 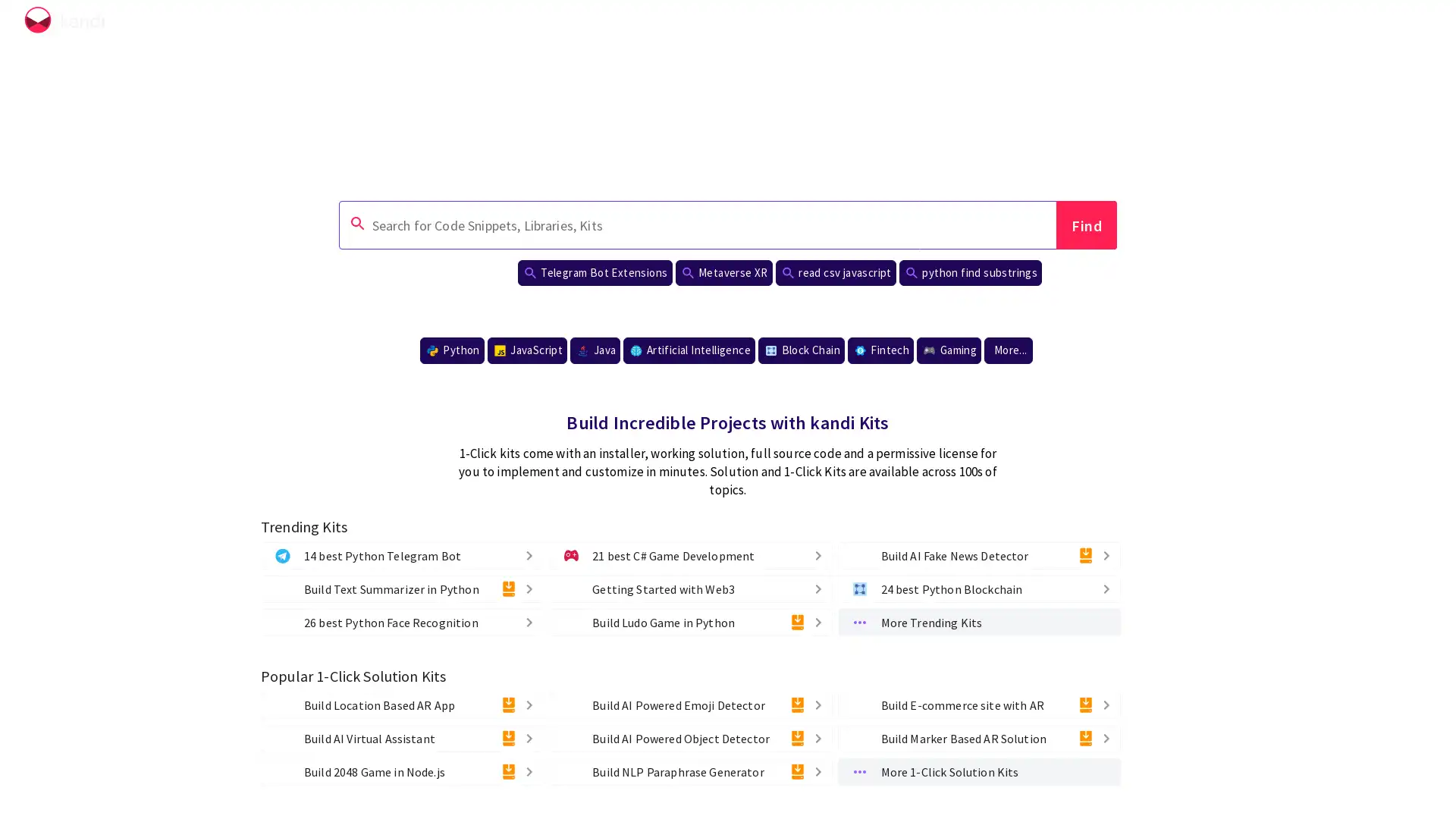 I want to click on python-face-recognition 26 best Python Face Recognition, so click(x=402, y=622).